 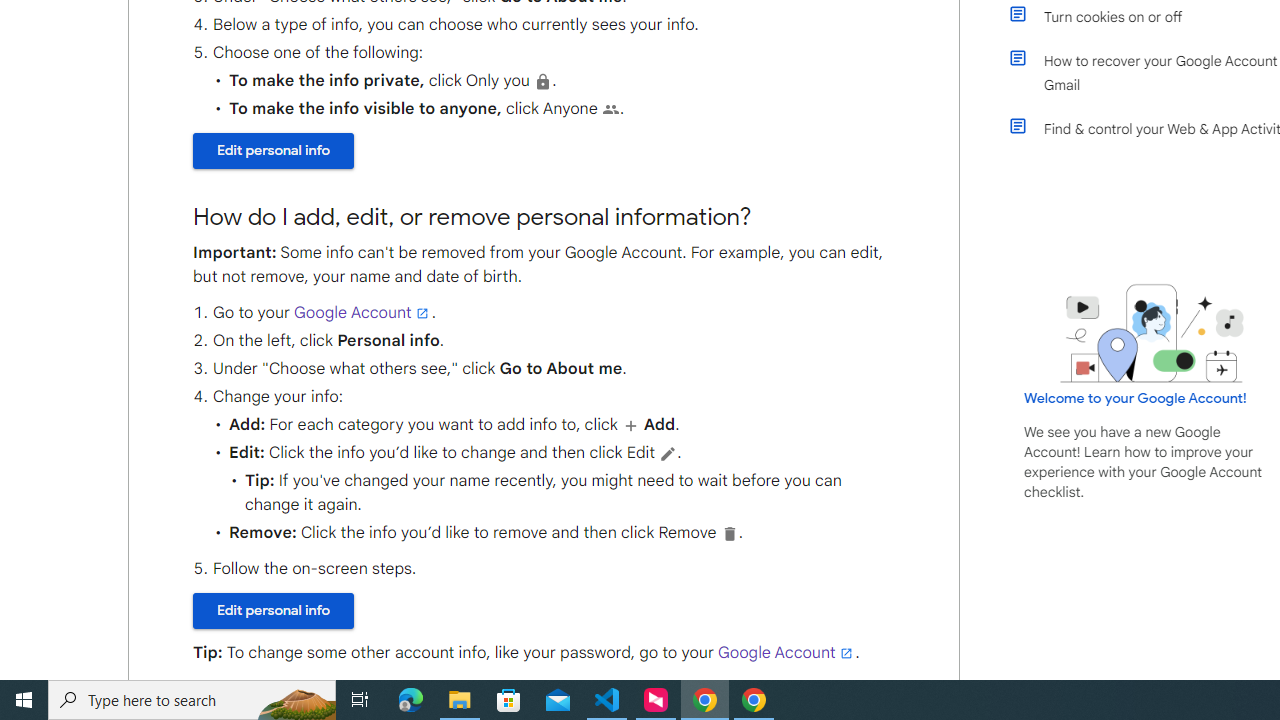 What do you see at coordinates (609, 109) in the screenshot?
I see `'People'` at bounding box center [609, 109].